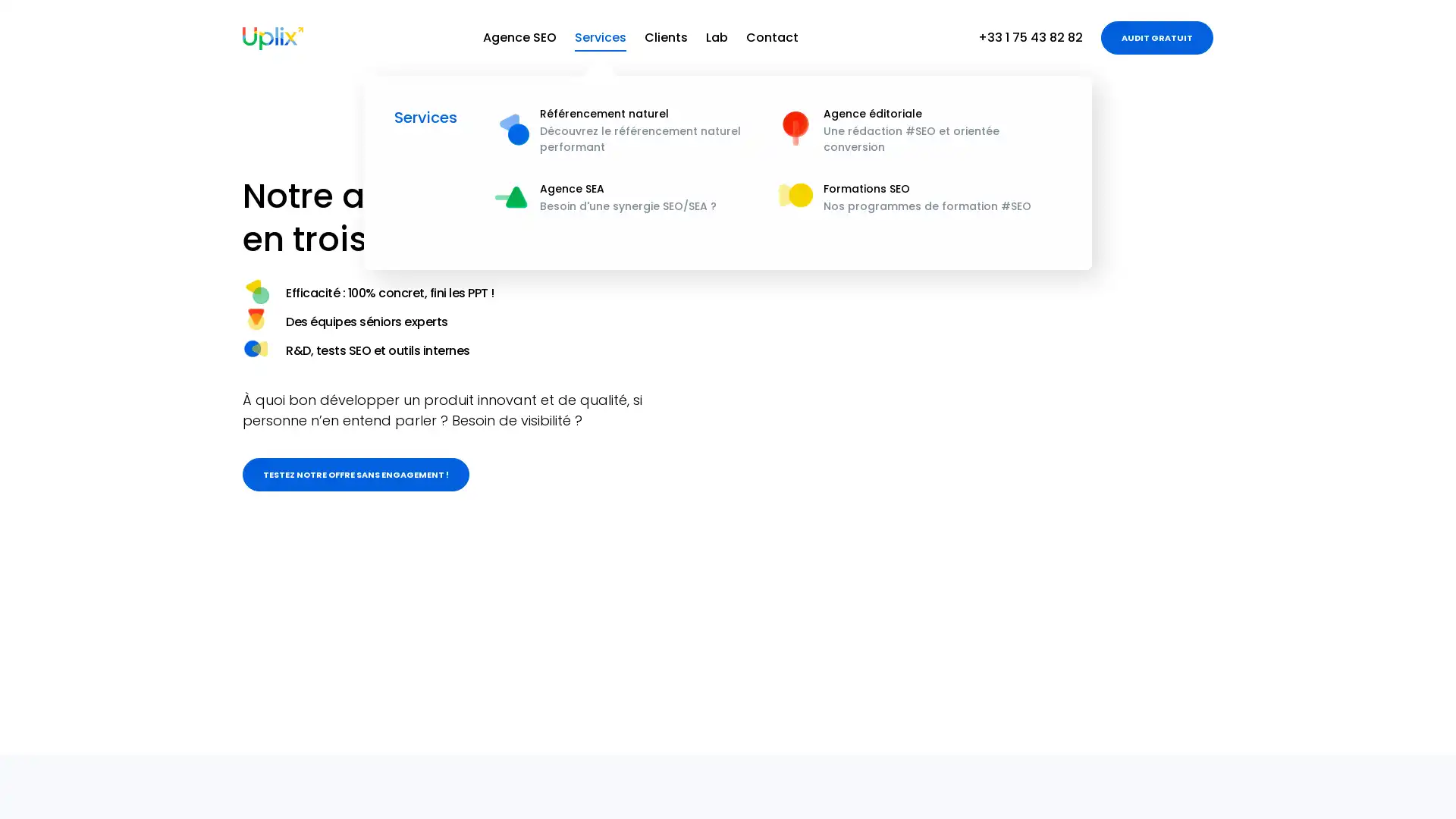 This screenshot has height=819, width=1456. I want to click on Je choisis, so click(1280, 742).